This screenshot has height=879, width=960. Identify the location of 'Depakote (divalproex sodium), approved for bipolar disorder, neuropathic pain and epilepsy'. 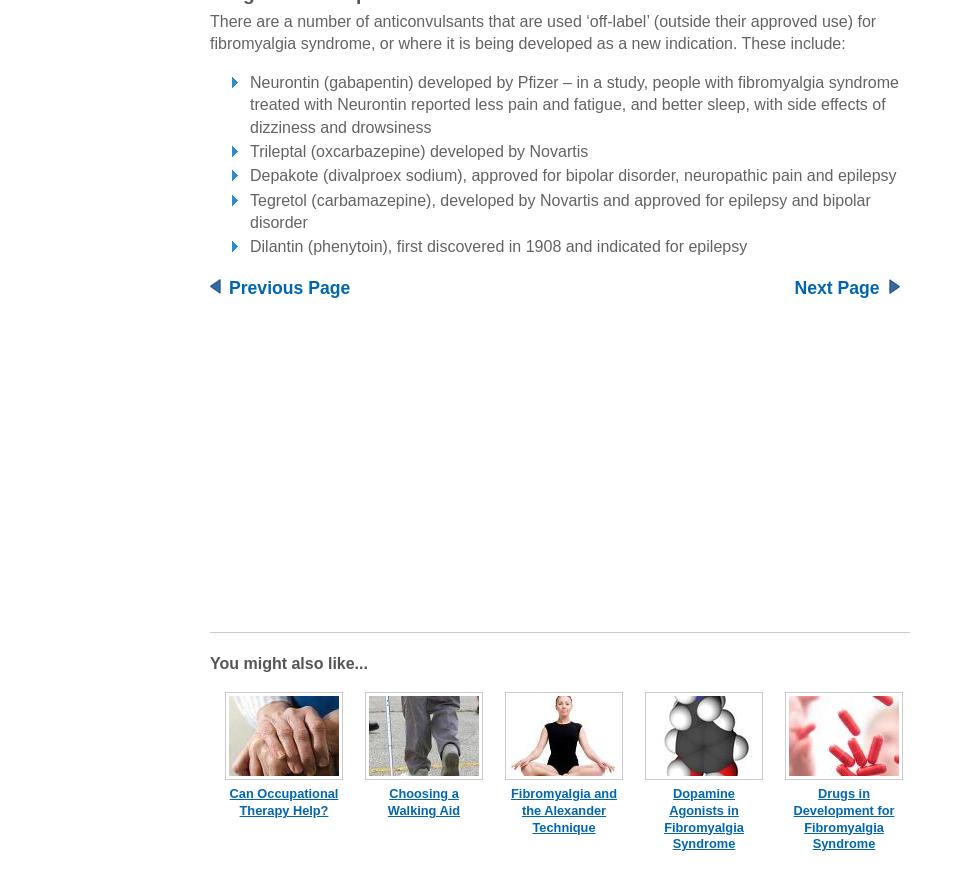
(573, 174).